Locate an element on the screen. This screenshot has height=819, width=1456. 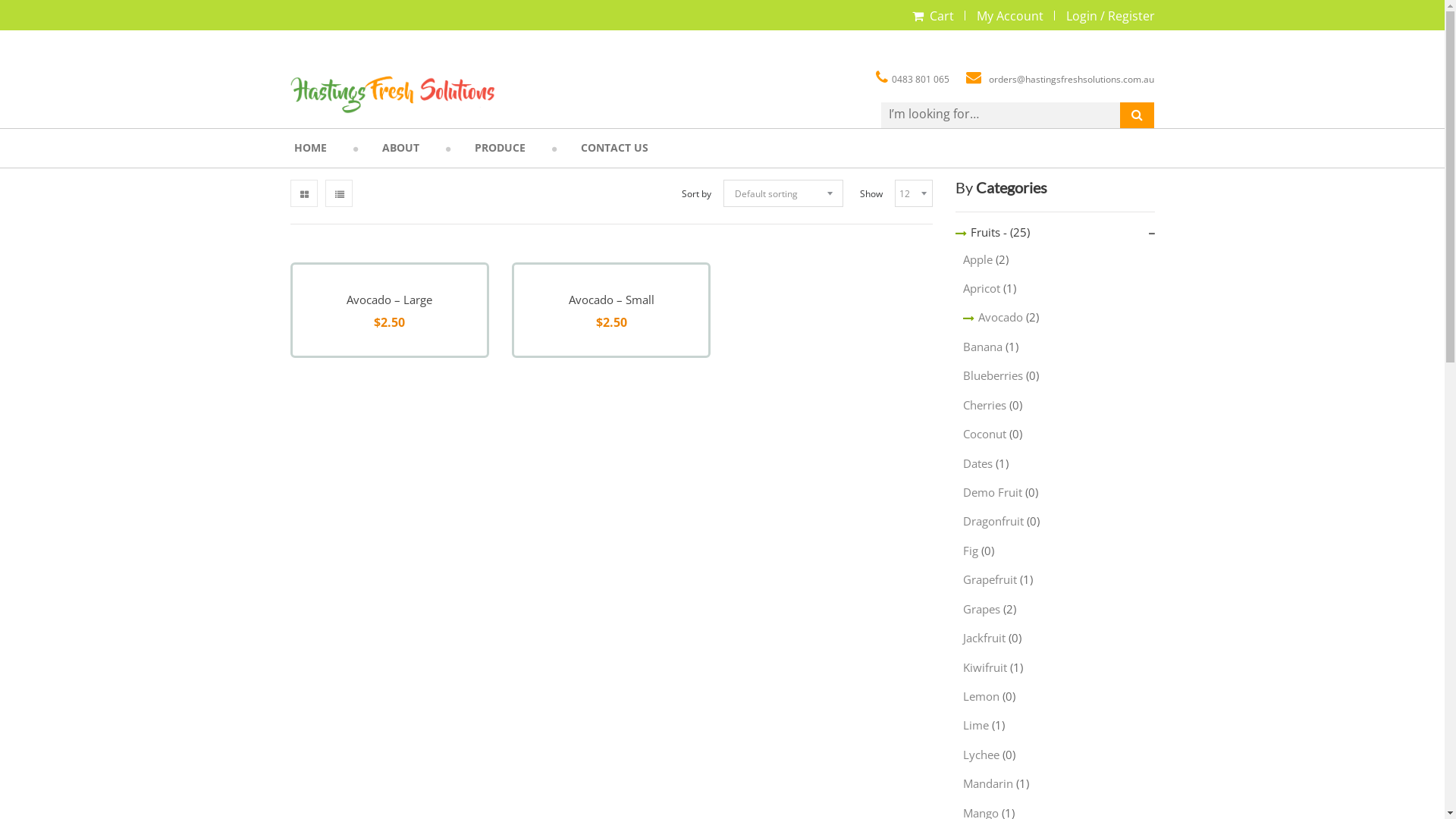
'Cart' is located at coordinates (941, 15).